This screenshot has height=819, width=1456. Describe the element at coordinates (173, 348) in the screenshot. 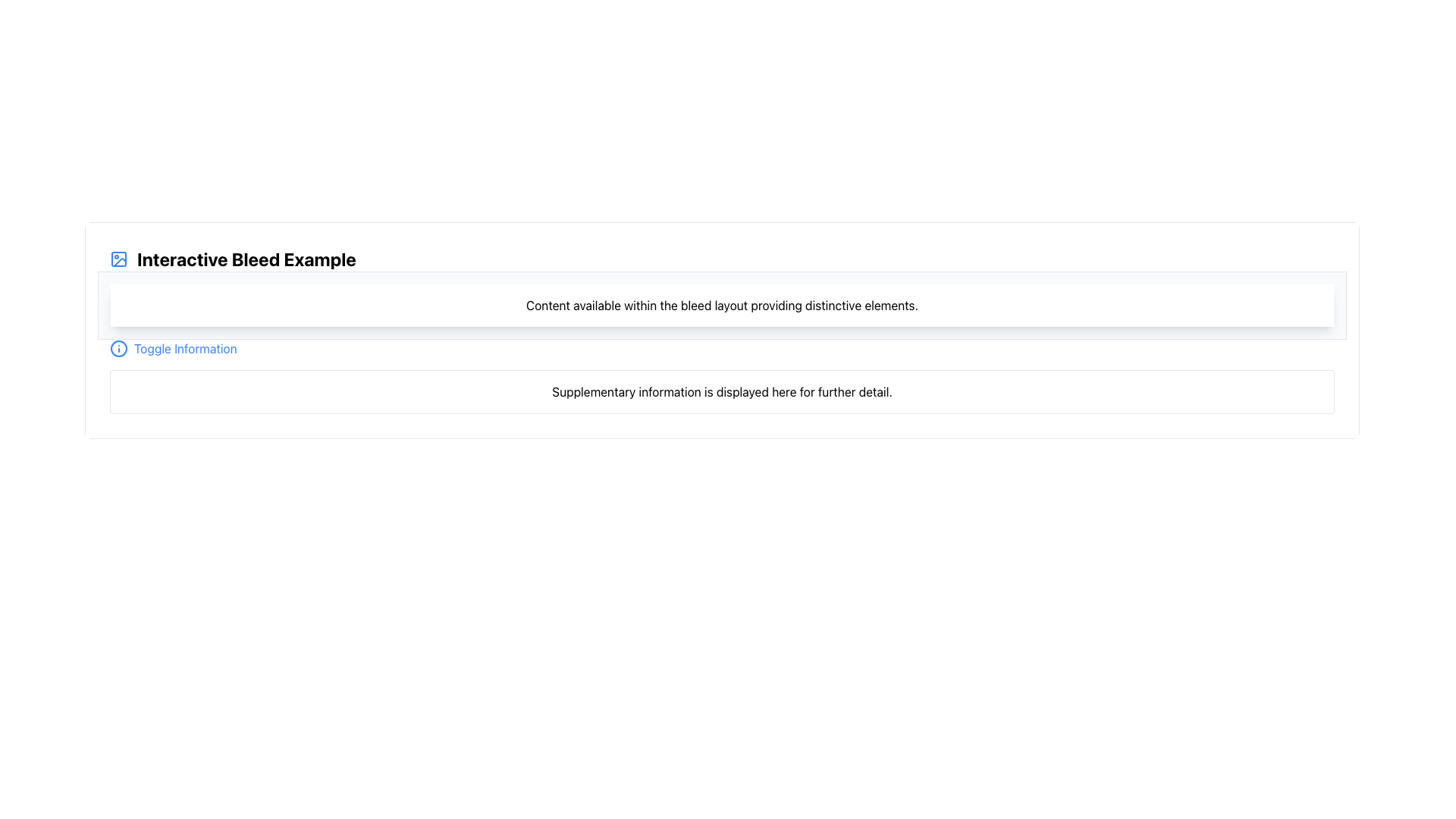

I see `the interactive button located below the 'Interactive Bleed Example' section` at that location.